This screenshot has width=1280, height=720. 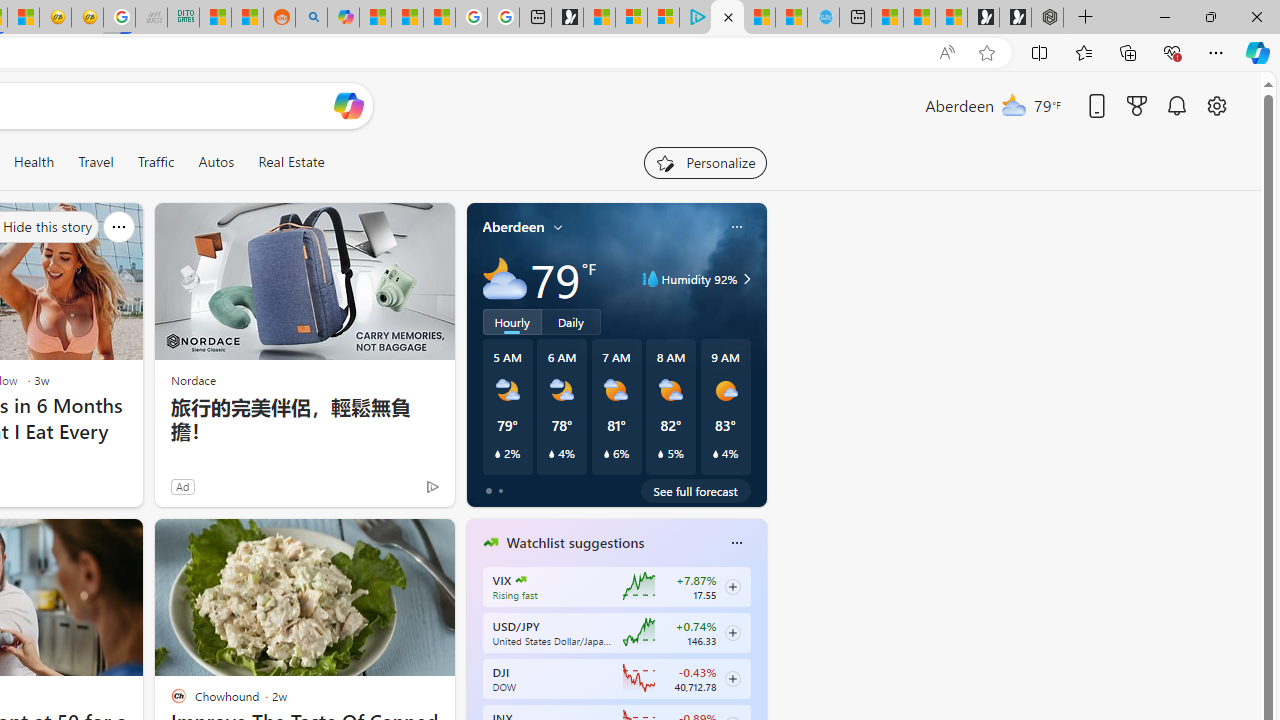 What do you see at coordinates (183, 17) in the screenshot?
I see `'DITOGAMES AG Imprint'` at bounding box center [183, 17].